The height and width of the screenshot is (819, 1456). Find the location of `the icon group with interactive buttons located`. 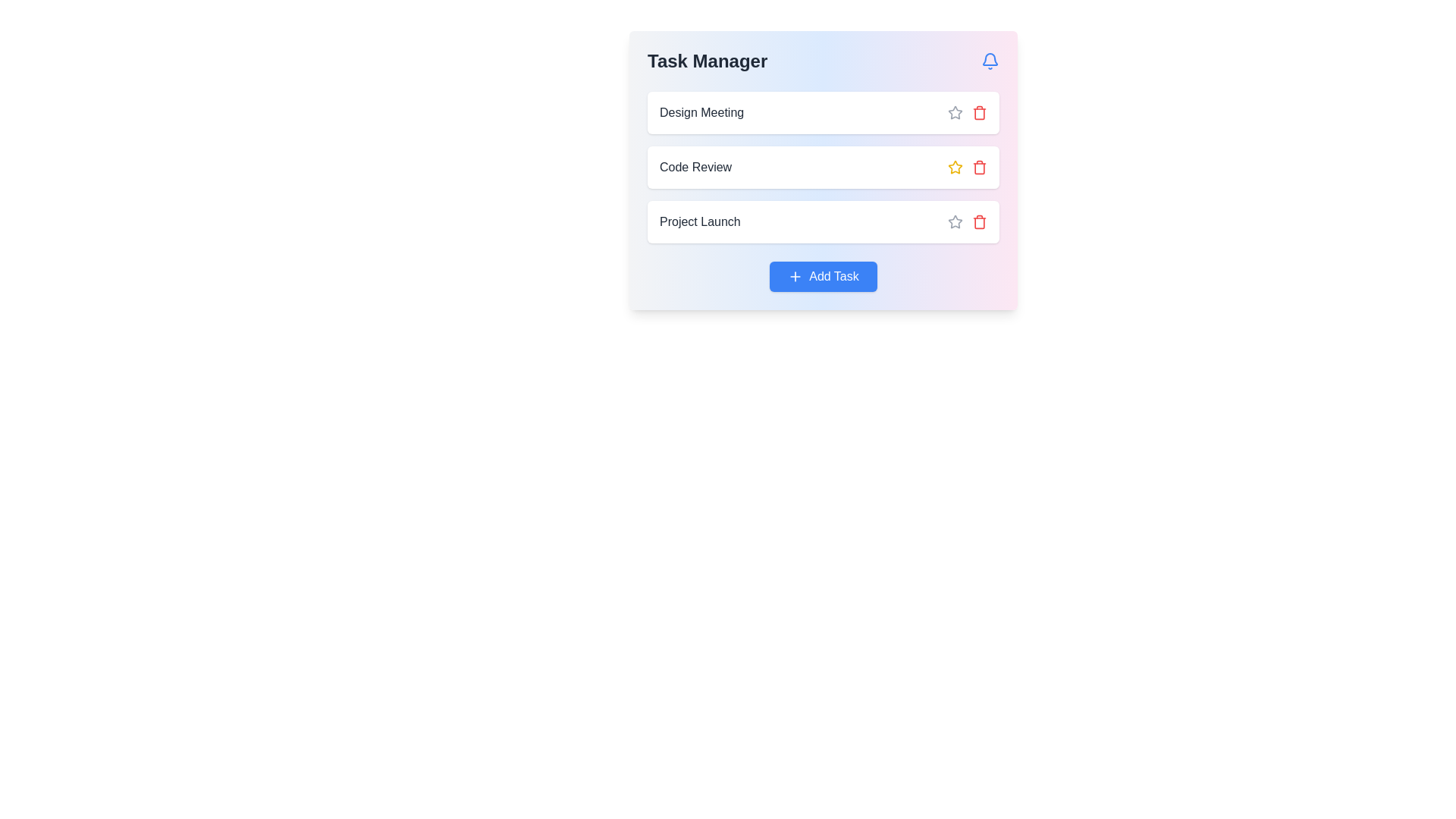

the icon group with interactive buttons located is located at coordinates (967, 167).